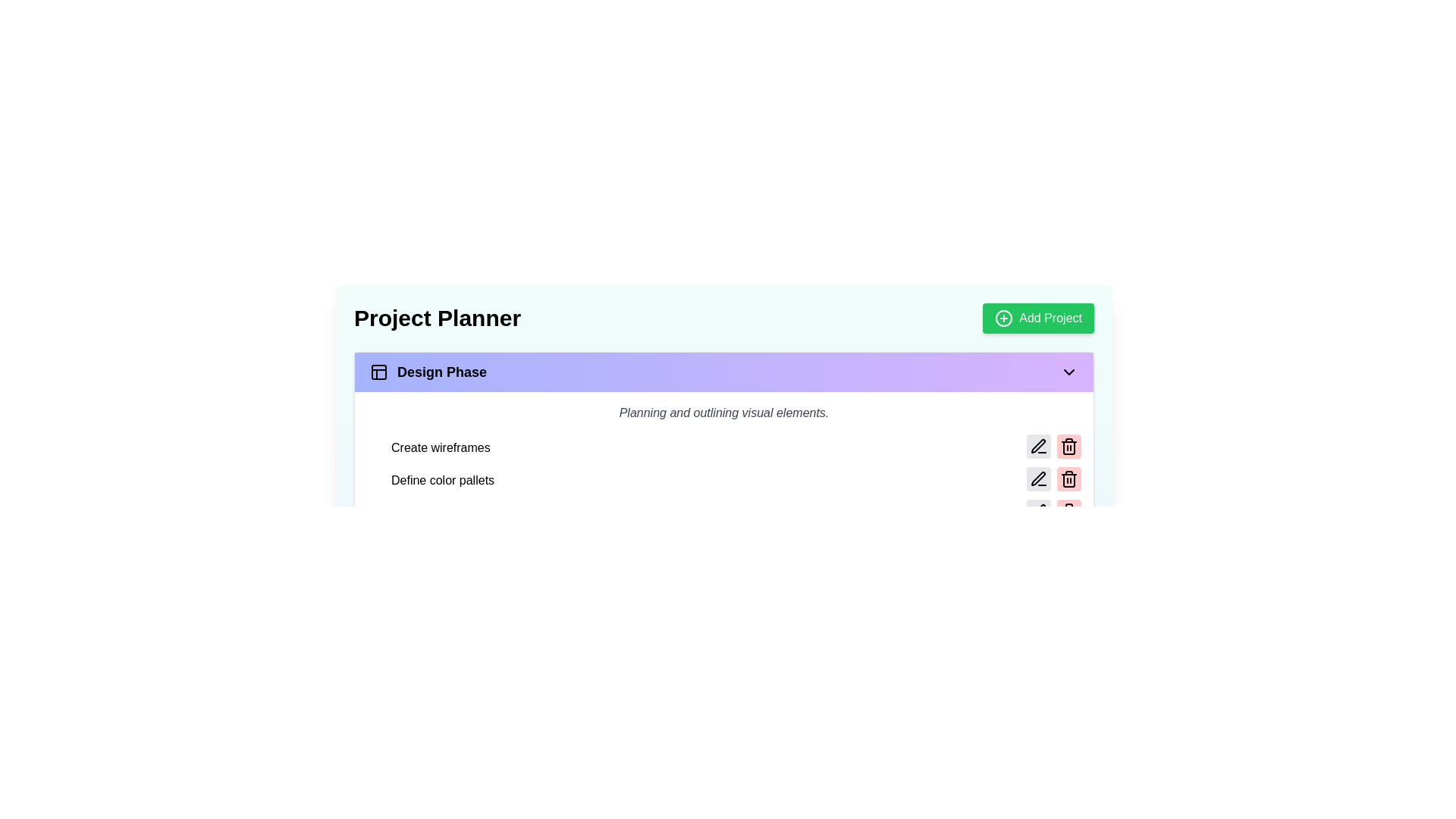 The height and width of the screenshot is (819, 1456). What do you see at coordinates (1068, 446) in the screenshot?
I see `the delete button icon located near the bottom right corner of the 'Design Phase' section` at bounding box center [1068, 446].